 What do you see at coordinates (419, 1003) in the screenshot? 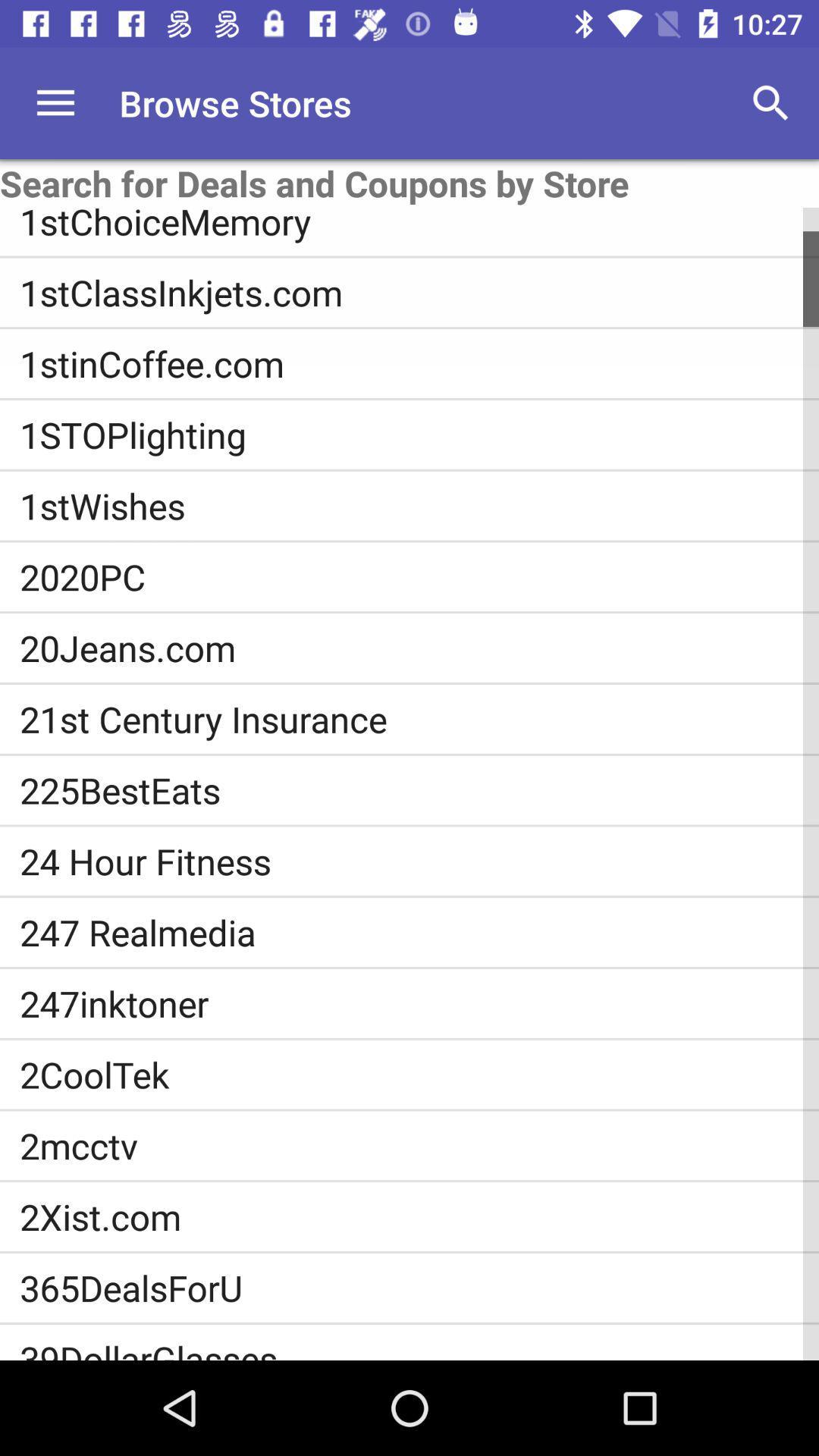
I see `the item above the 2cooltek icon` at bounding box center [419, 1003].